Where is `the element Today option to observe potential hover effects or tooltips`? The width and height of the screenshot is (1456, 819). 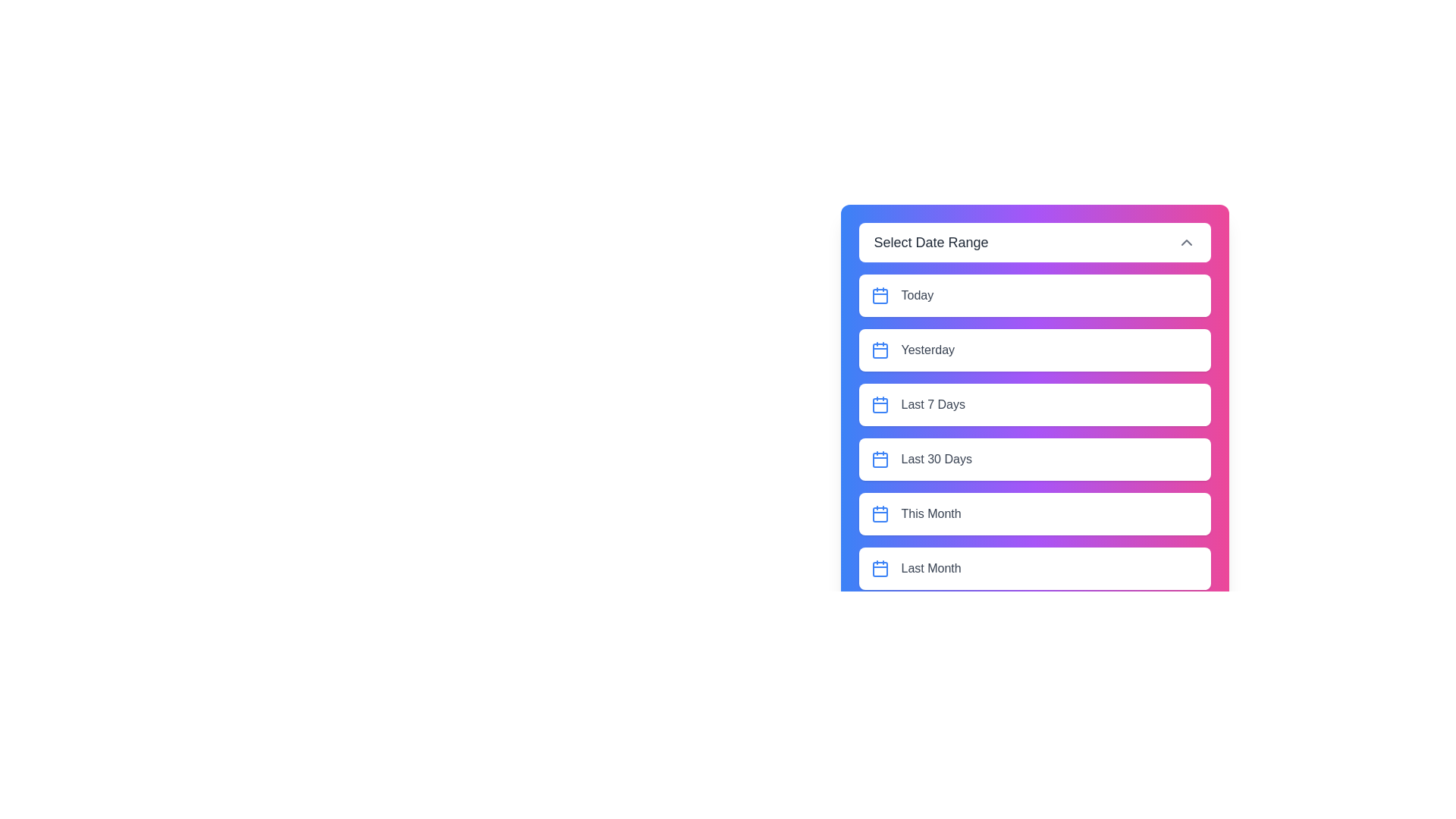 the element Today option to observe potential hover effects or tooltips is located at coordinates (1034, 295).